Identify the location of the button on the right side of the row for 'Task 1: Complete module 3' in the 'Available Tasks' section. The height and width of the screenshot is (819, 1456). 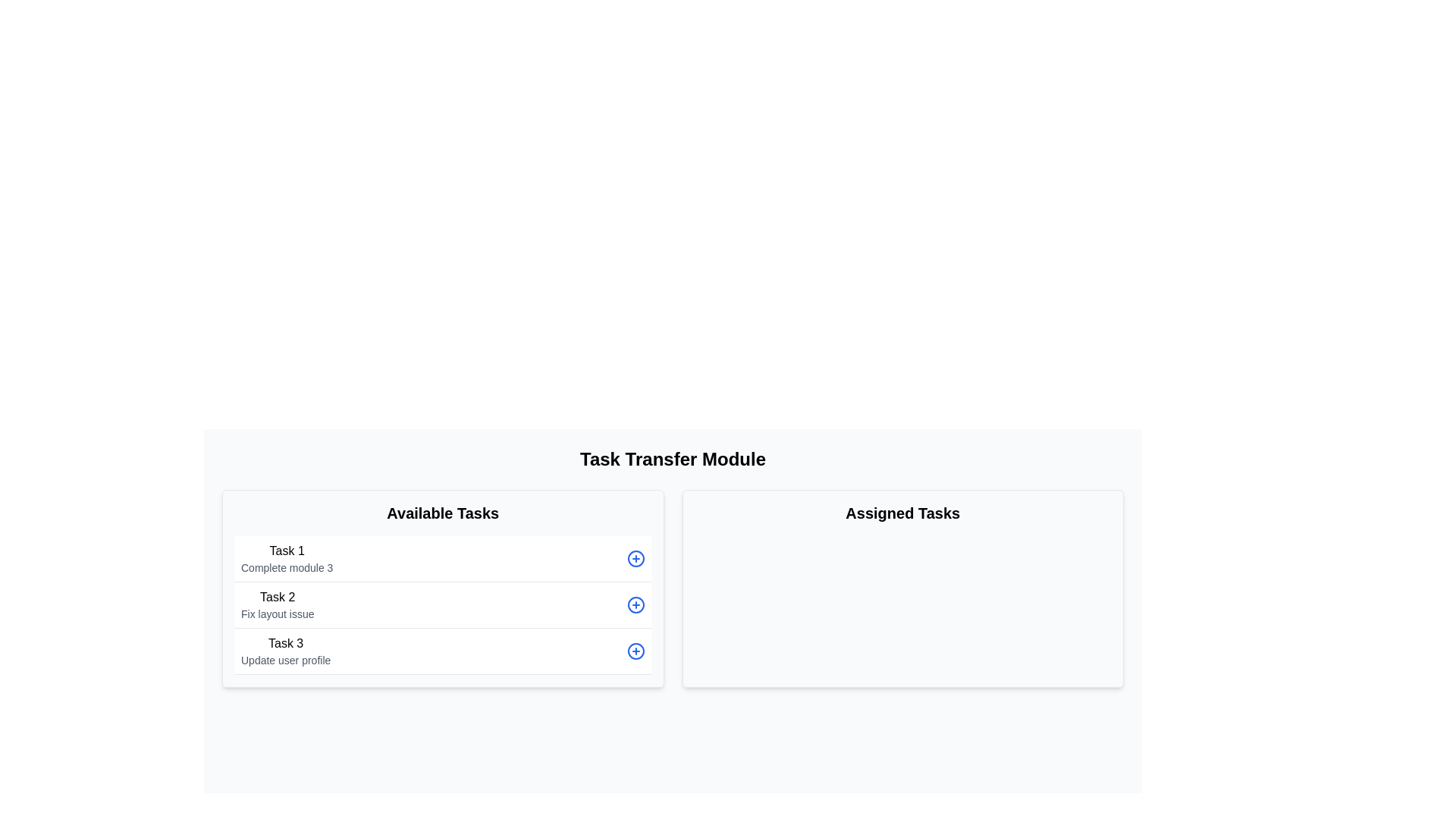
(635, 558).